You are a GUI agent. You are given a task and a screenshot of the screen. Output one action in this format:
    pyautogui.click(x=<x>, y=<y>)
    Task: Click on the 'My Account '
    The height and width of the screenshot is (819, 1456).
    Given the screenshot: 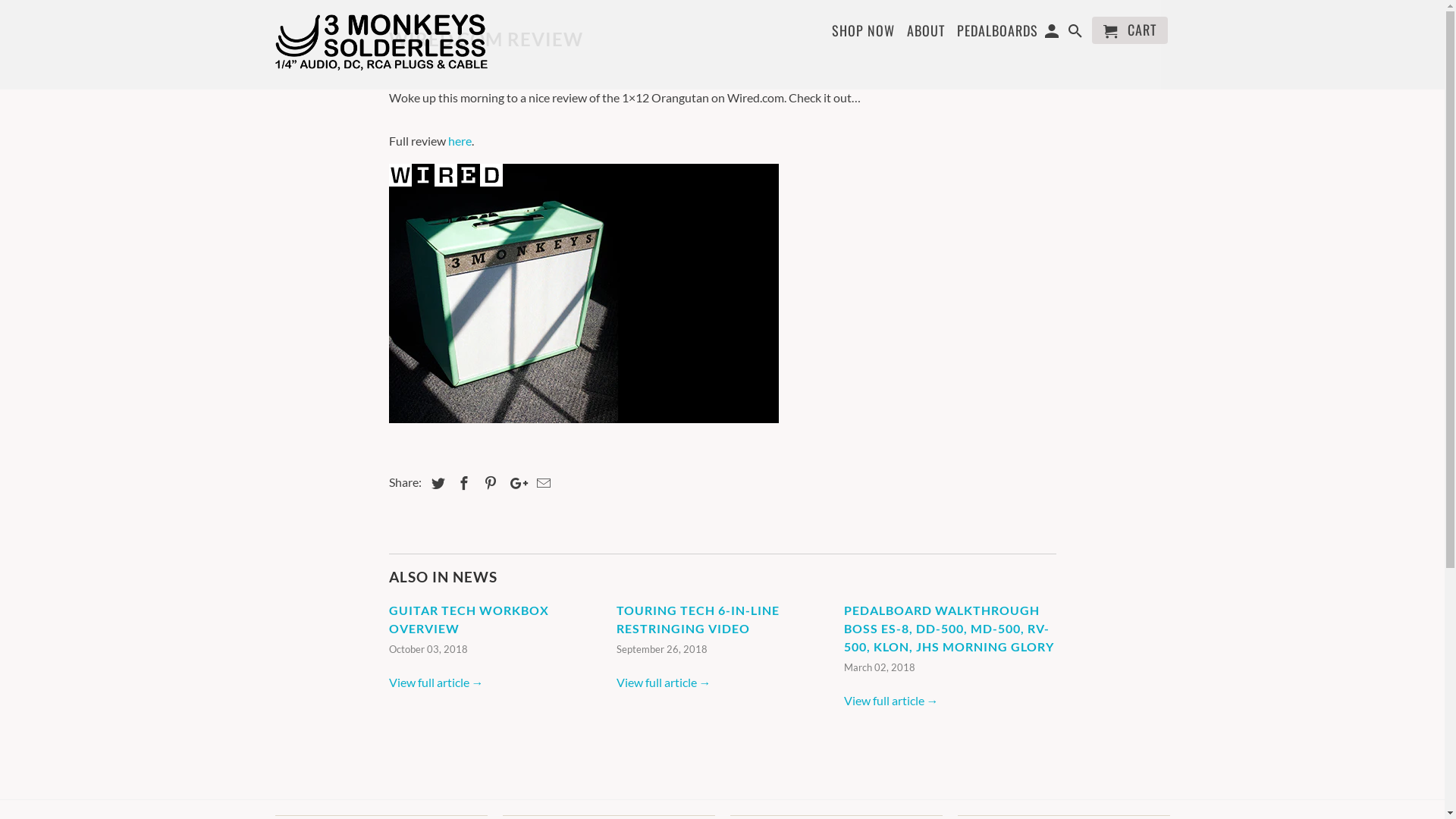 What is the action you would take?
    pyautogui.click(x=1052, y=33)
    